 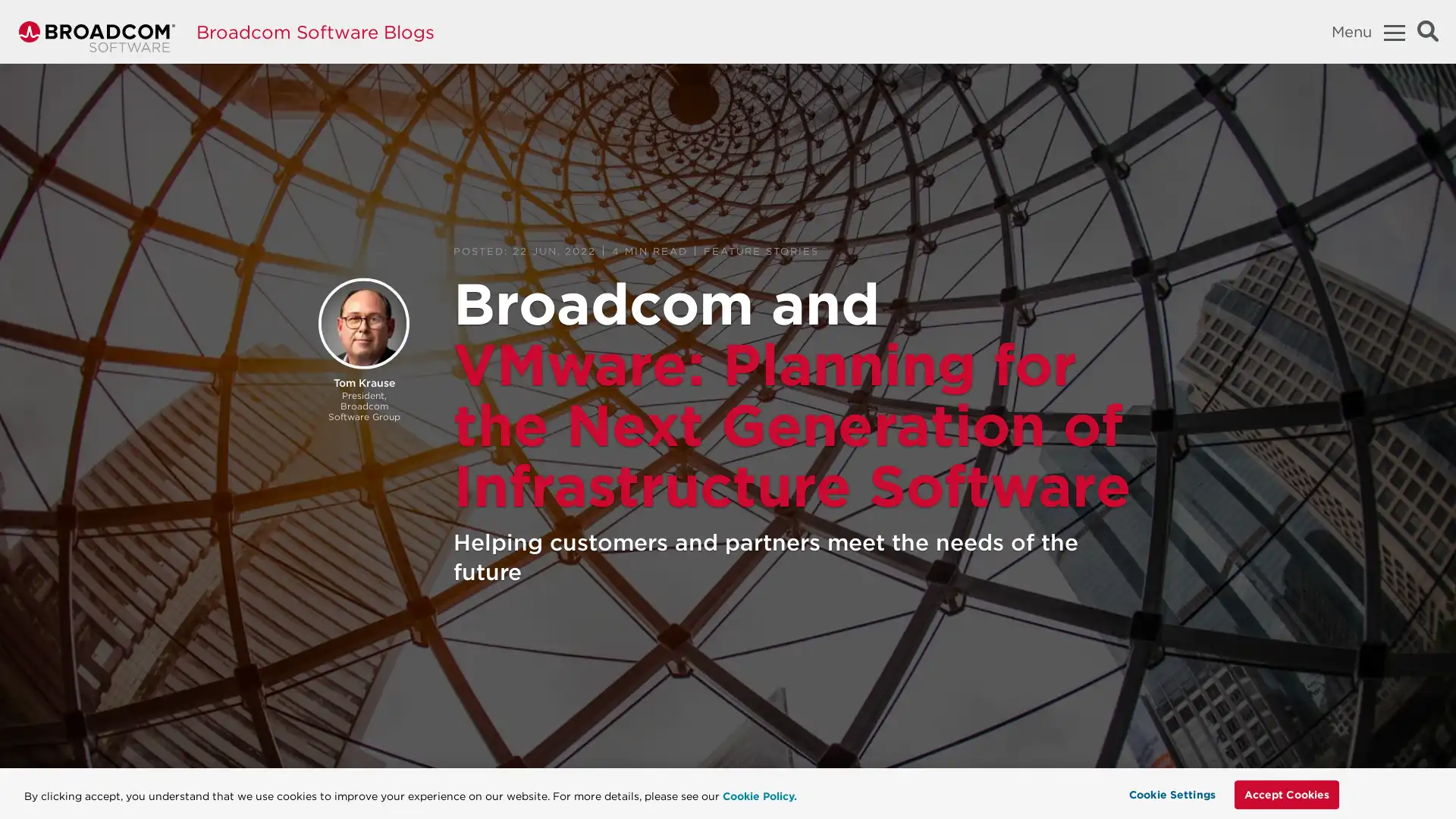 What do you see at coordinates (1285, 793) in the screenshot?
I see `Accept Cookies` at bounding box center [1285, 793].